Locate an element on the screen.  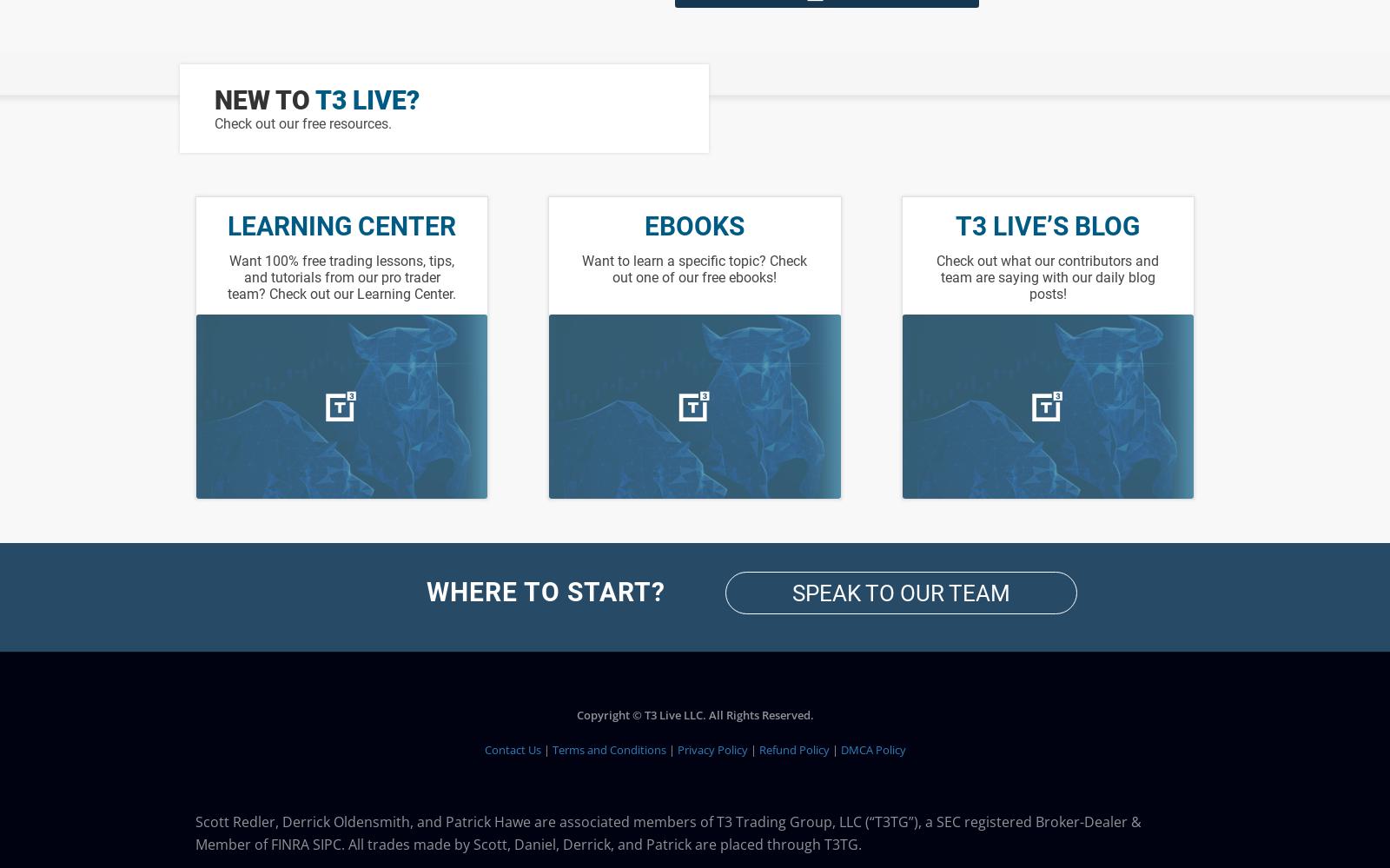
'Copyright © T3 Live LLC. All Rights Reserved.' is located at coordinates (694, 714).